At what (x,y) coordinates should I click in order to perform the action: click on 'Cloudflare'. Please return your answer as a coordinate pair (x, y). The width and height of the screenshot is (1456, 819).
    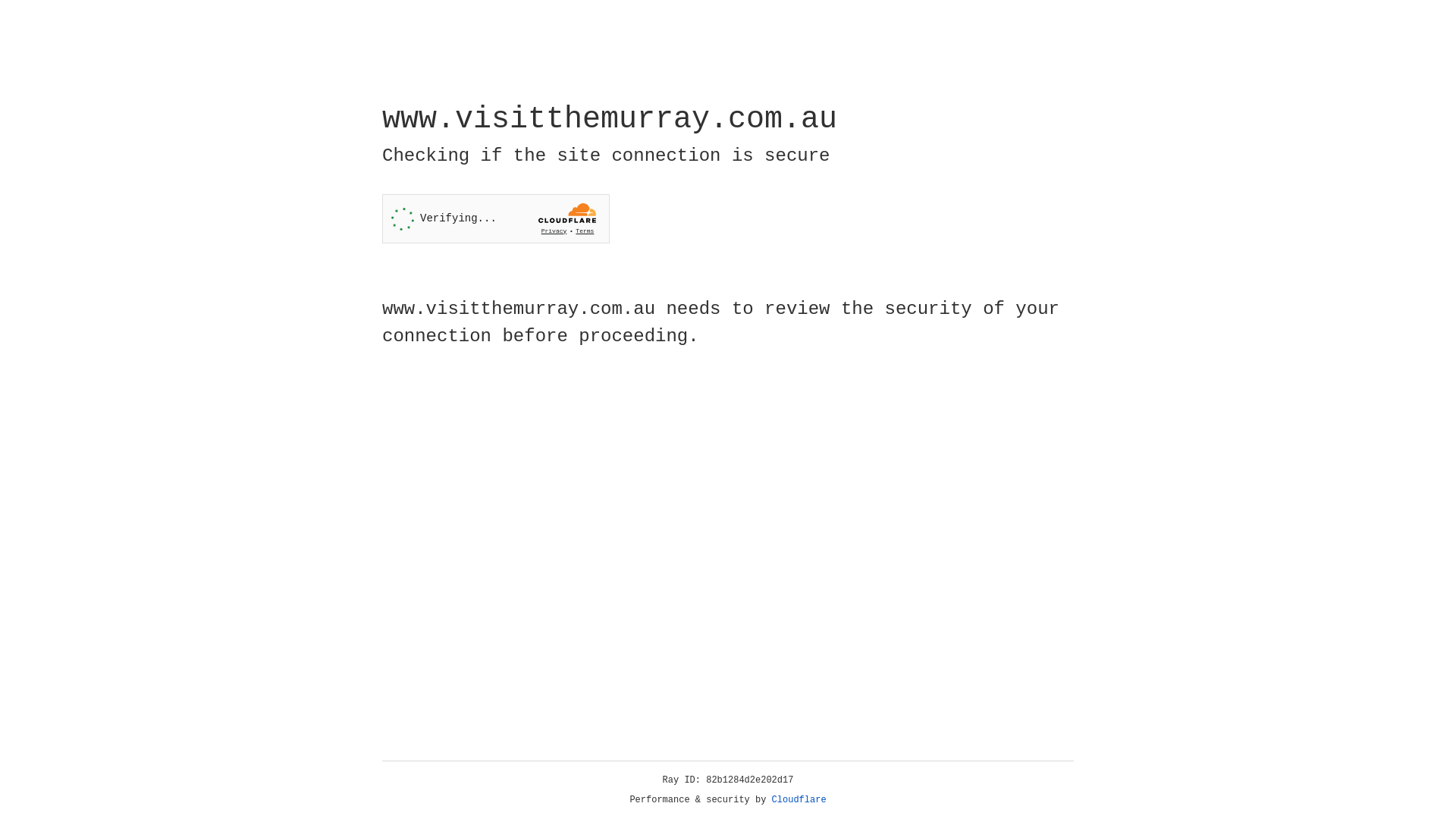
    Looking at the image, I should click on (799, 799).